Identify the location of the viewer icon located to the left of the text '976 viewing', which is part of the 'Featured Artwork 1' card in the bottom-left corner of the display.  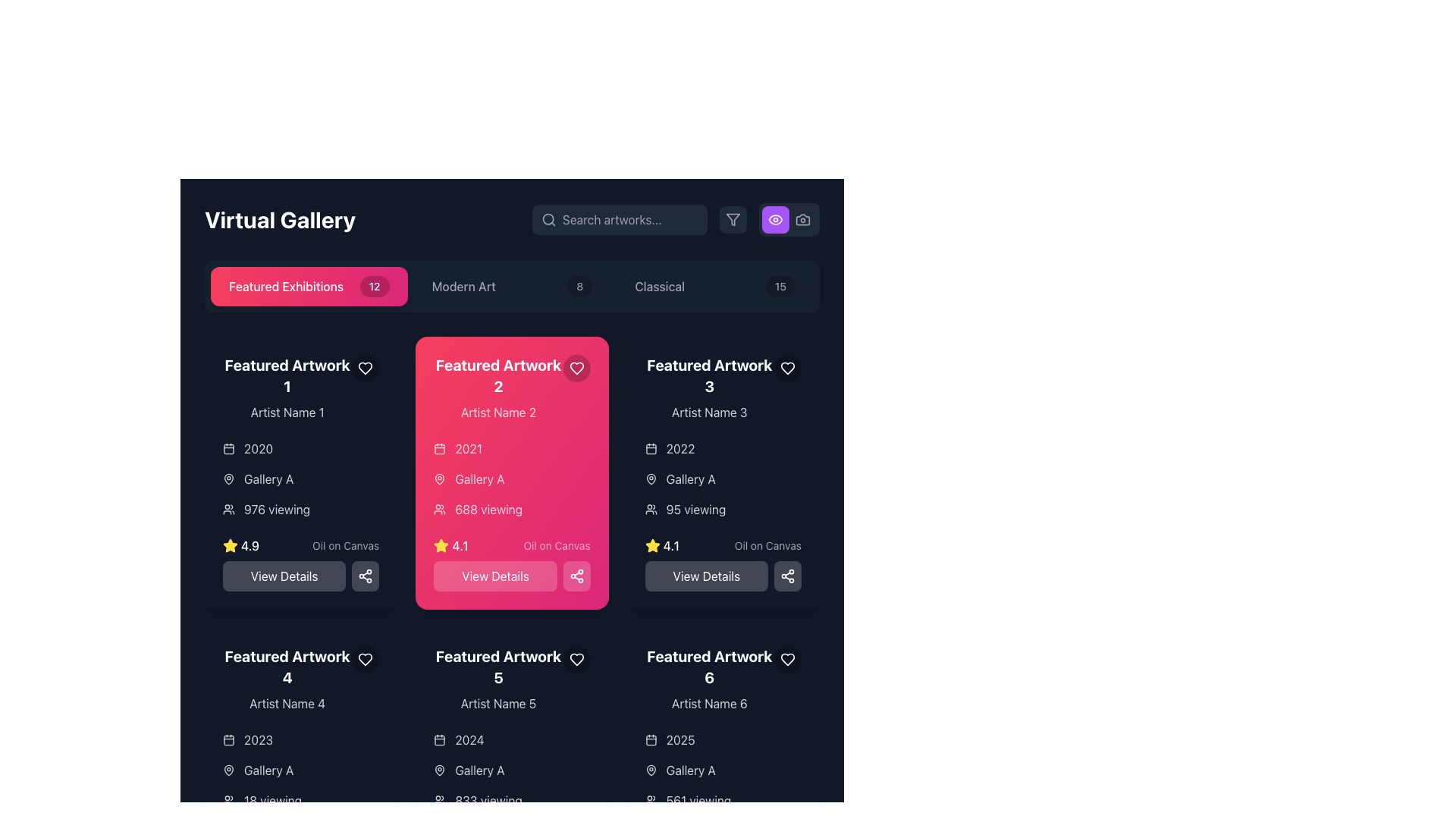
(228, 509).